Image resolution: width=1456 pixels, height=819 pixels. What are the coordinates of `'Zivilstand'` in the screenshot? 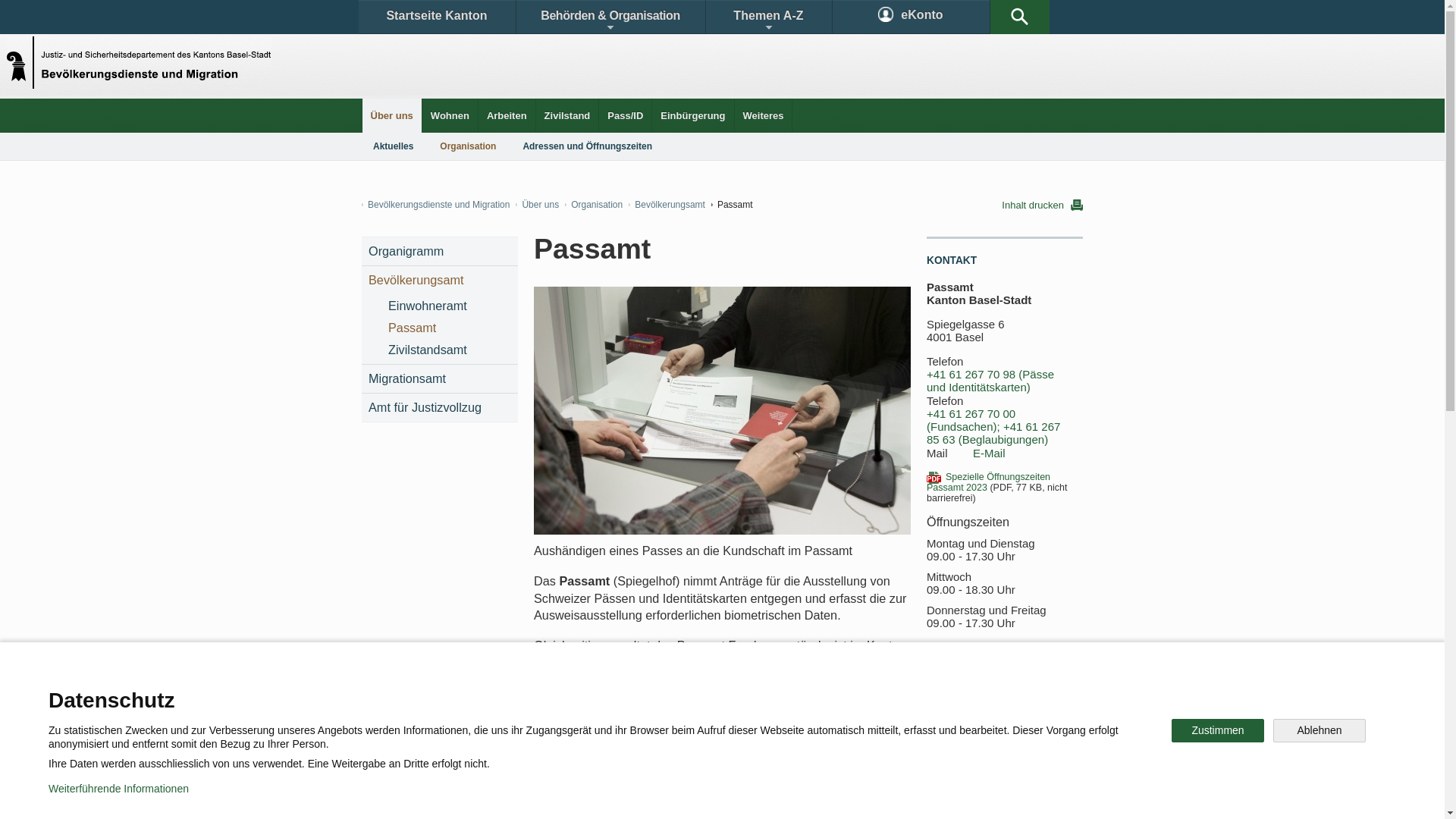 It's located at (566, 115).